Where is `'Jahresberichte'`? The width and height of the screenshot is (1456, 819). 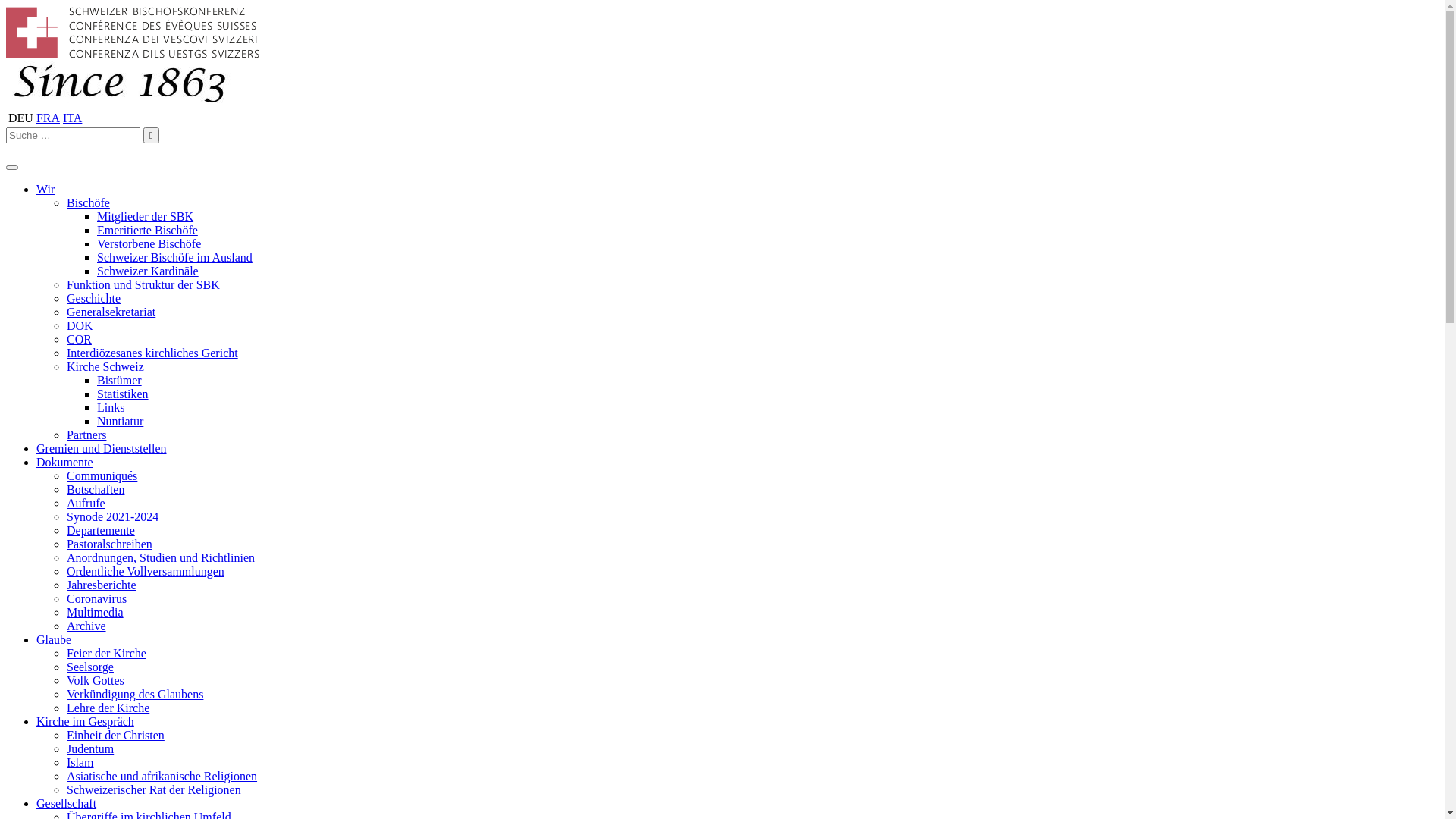 'Jahresberichte' is located at coordinates (101, 584).